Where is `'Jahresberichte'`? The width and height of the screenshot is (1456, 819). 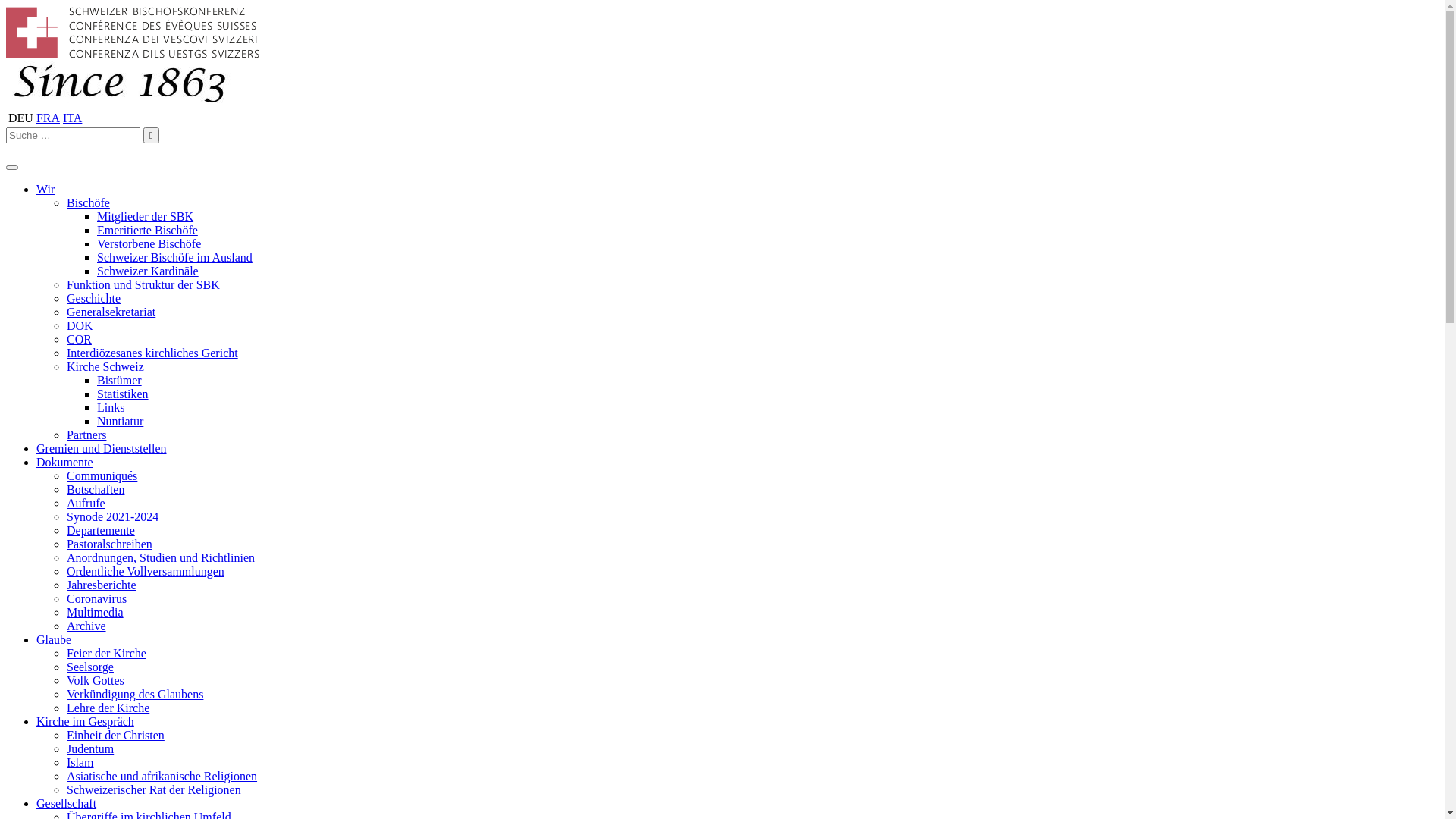 'Jahresberichte' is located at coordinates (101, 584).